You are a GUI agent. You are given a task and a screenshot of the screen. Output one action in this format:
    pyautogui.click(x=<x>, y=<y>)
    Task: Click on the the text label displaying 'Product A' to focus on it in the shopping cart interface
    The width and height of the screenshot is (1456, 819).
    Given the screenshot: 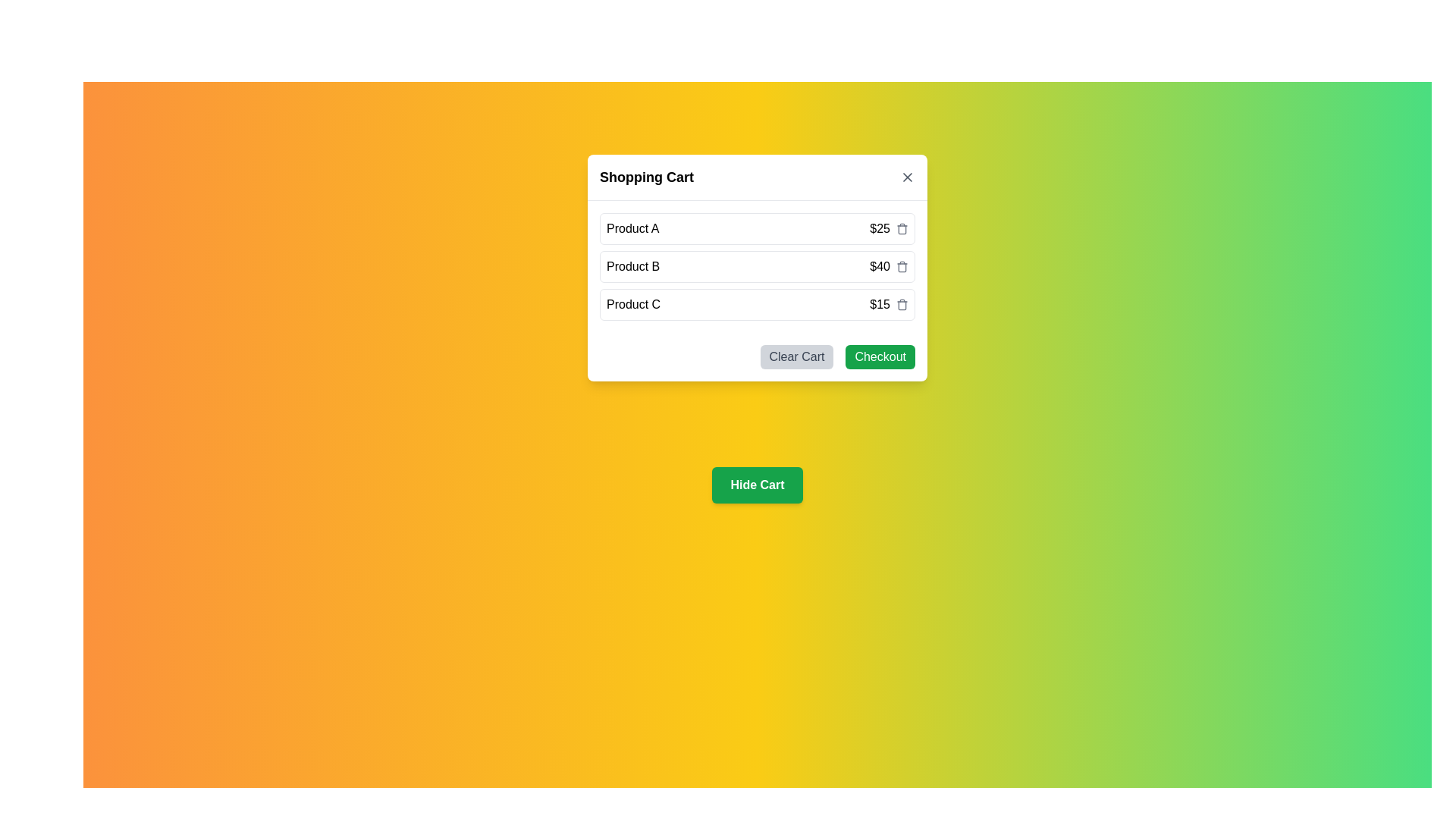 What is the action you would take?
    pyautogui.click(x=632, y=228)
    